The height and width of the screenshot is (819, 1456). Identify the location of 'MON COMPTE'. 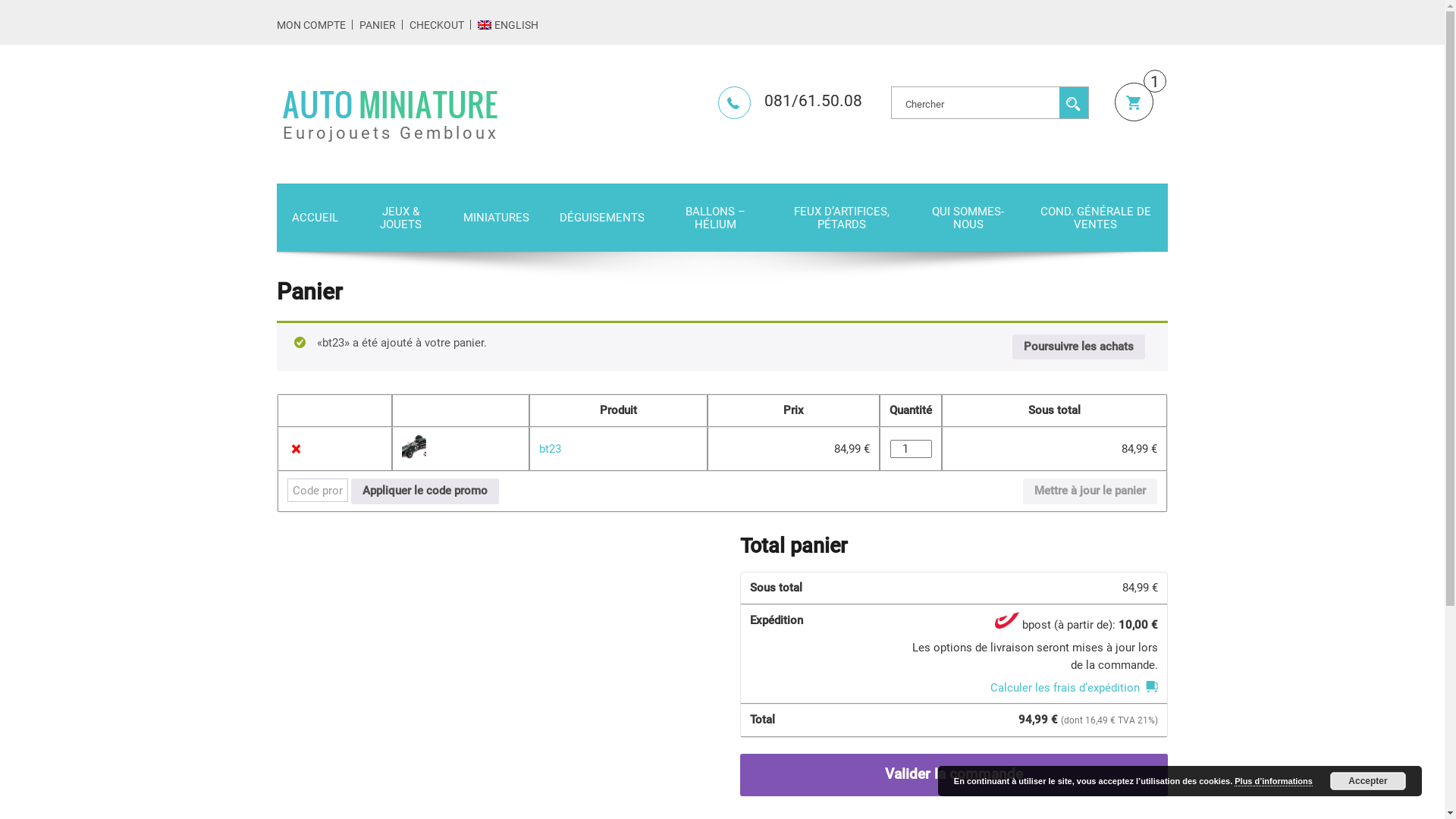
(276, 25).